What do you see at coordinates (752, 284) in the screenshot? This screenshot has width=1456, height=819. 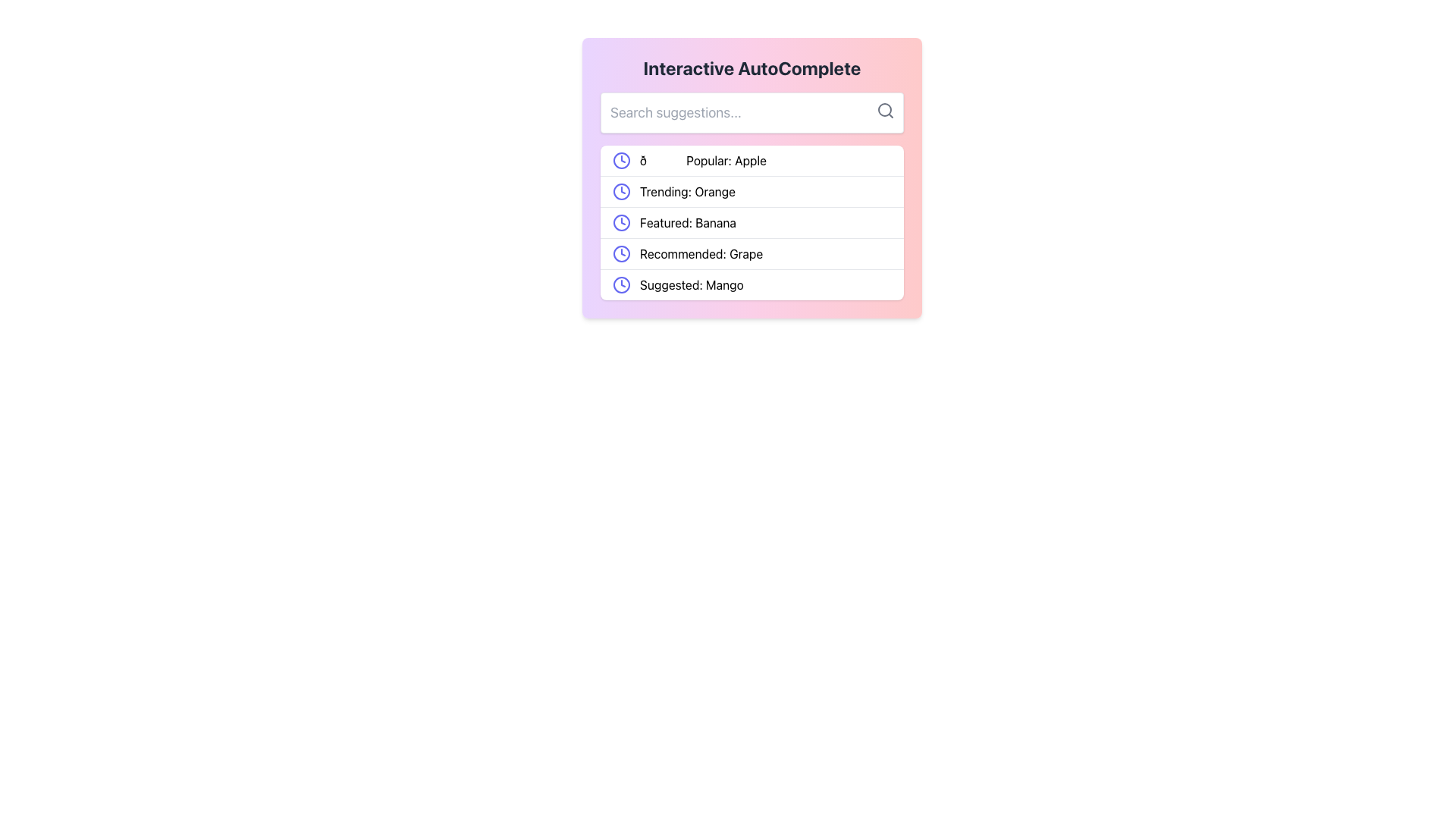 I see `the fifth list item in the dropdown menu, which is located below the 'Recommended: Grape' item, to trigger potential highlighting or a tooltip` at bounding box center [752, 284].